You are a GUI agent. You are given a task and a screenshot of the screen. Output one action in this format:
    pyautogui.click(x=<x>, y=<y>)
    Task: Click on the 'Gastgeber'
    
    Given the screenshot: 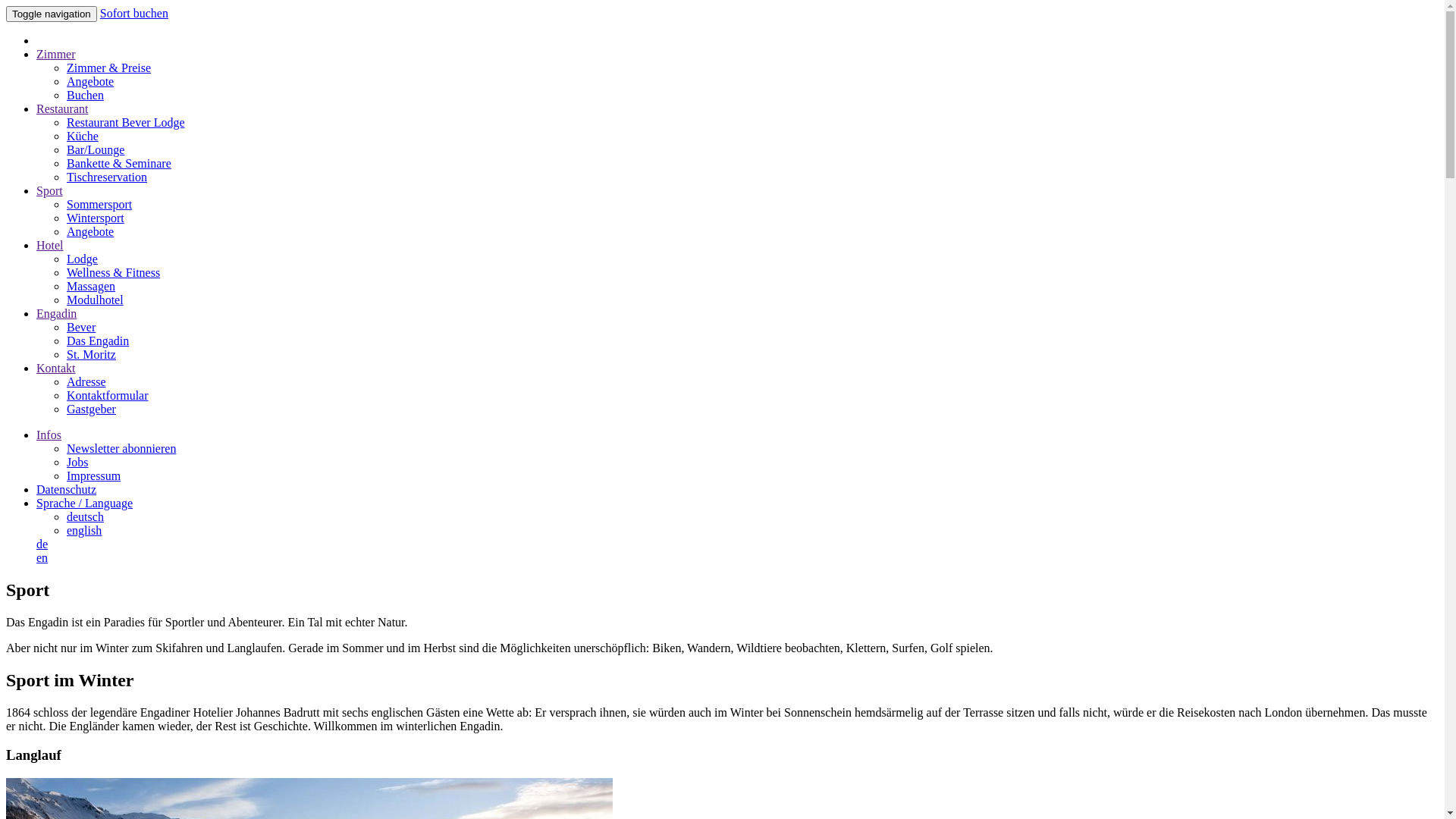 What is the action you would take?
    pyautogui.click(x=90, y=408)
    